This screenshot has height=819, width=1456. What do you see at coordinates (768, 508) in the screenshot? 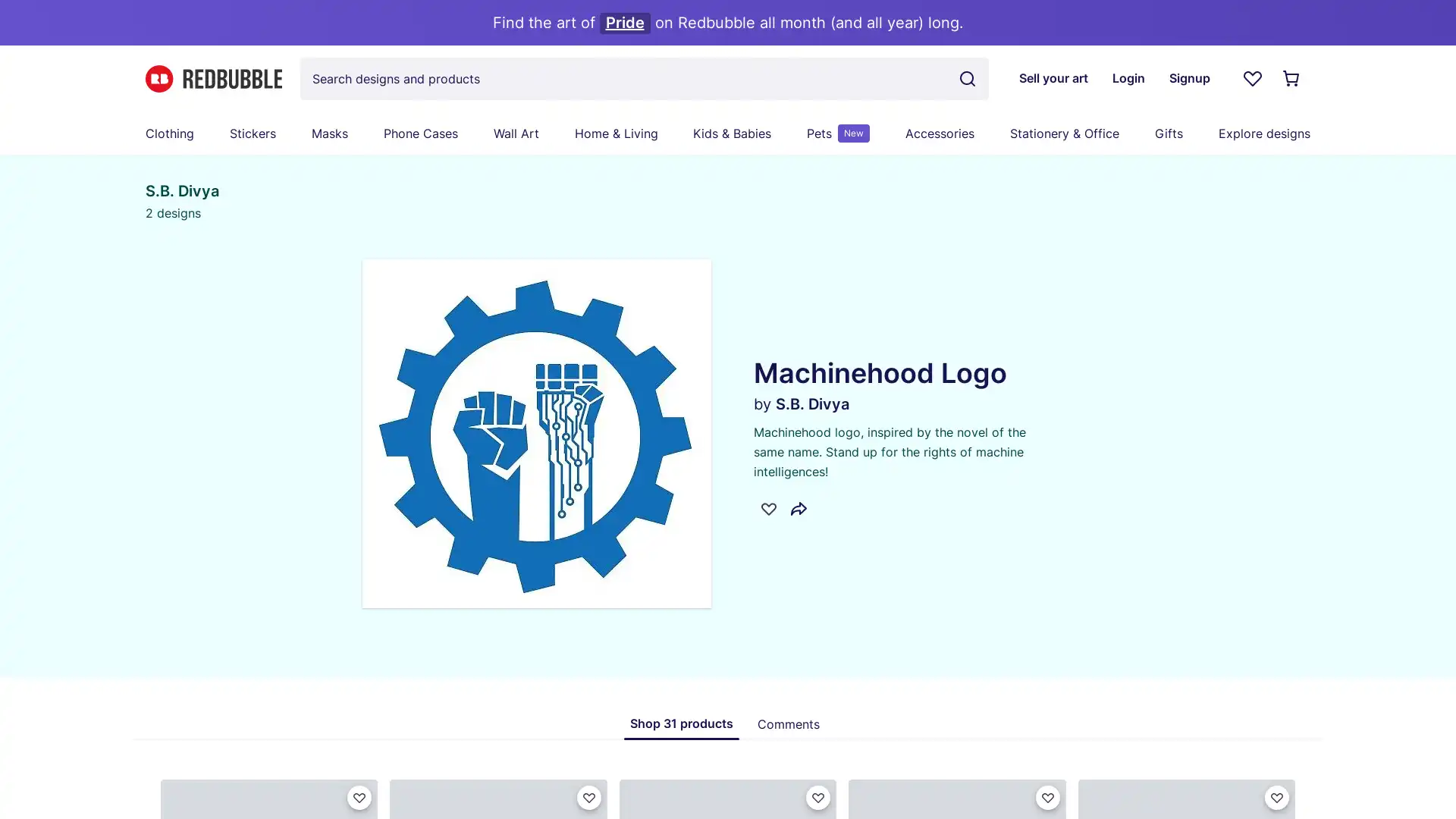
I see `Favorite` at bounding box center [768, 508].